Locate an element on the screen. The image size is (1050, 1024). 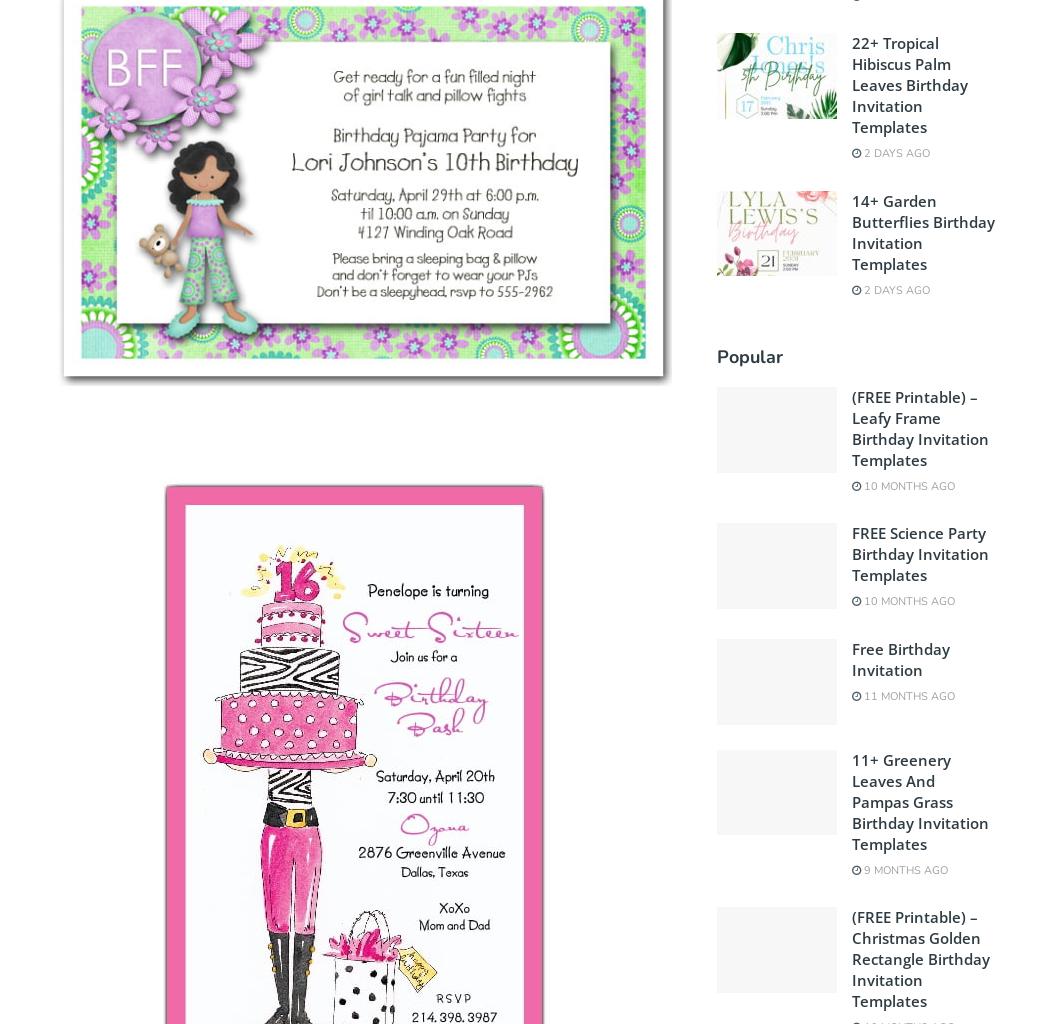
'14+ Garden Butterflies Birthday Invitation Templates' is located at coordinates (922, 230).